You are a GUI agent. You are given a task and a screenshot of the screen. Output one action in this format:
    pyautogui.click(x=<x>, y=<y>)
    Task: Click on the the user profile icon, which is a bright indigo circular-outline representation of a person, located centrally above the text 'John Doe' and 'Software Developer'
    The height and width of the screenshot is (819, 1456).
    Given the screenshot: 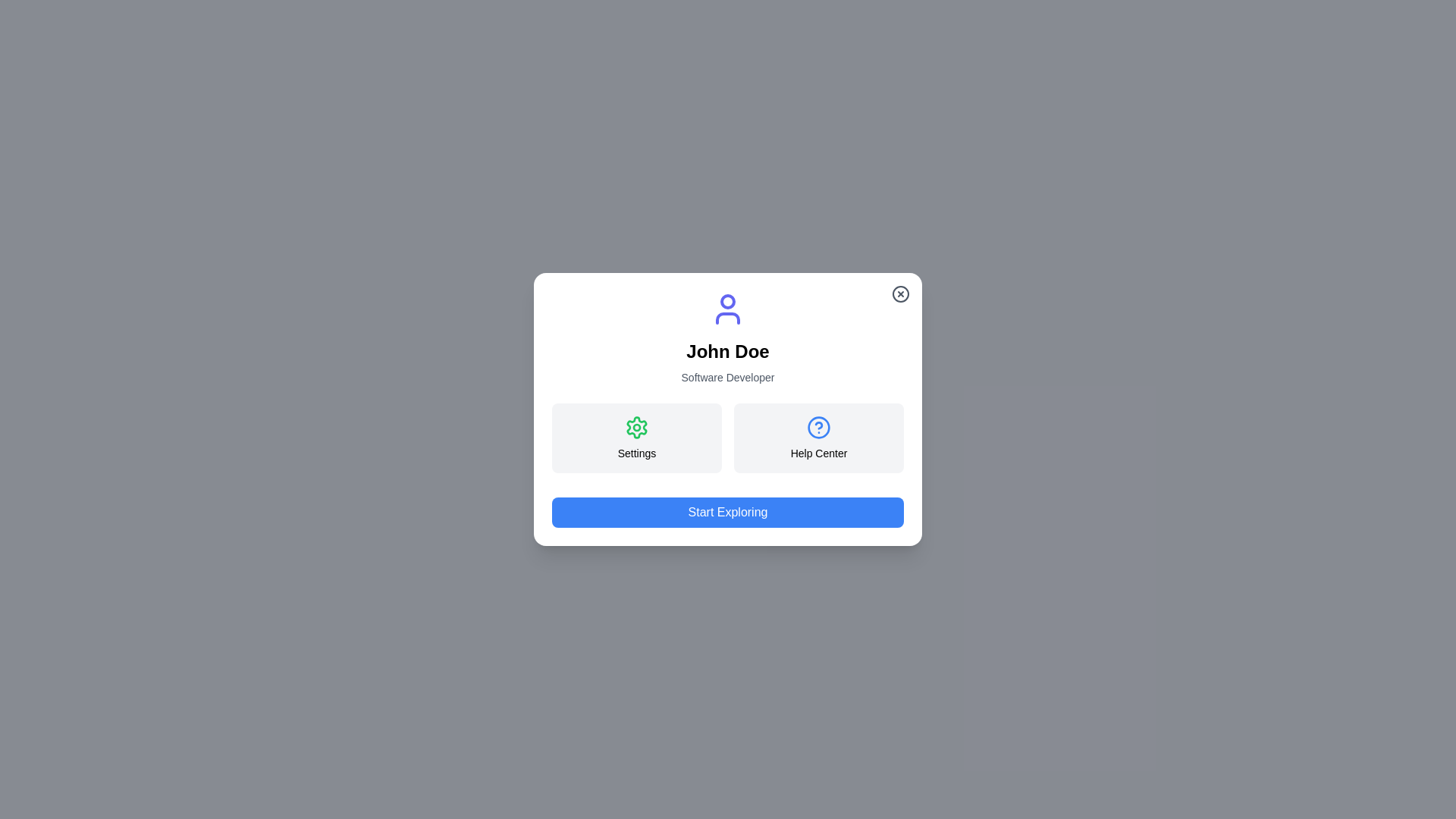 What is the action you would take?
    pyautogui.click(x=728, y=309)
    